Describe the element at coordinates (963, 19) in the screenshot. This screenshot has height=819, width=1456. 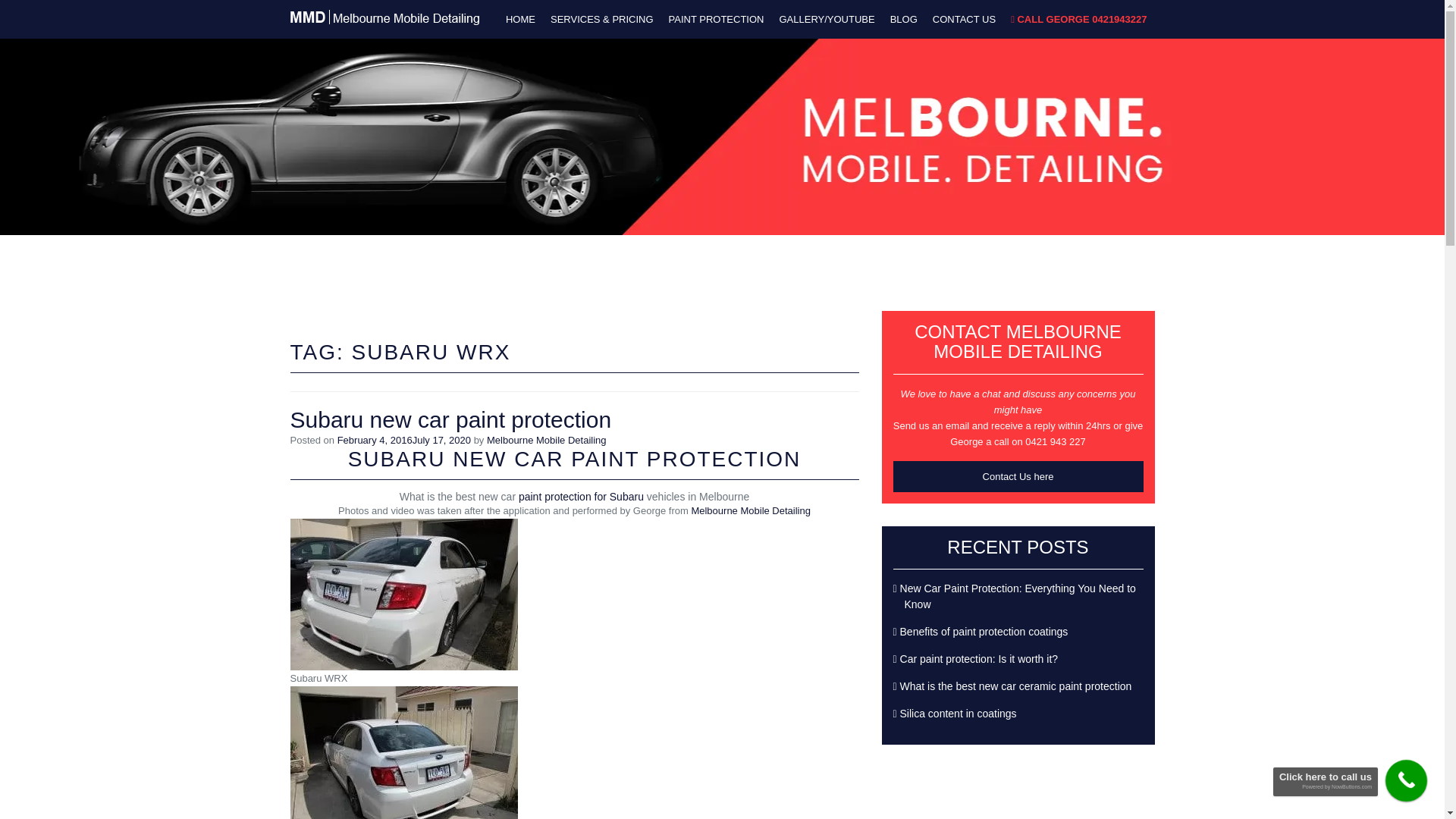
I see `'CONTACT US'` at that location.